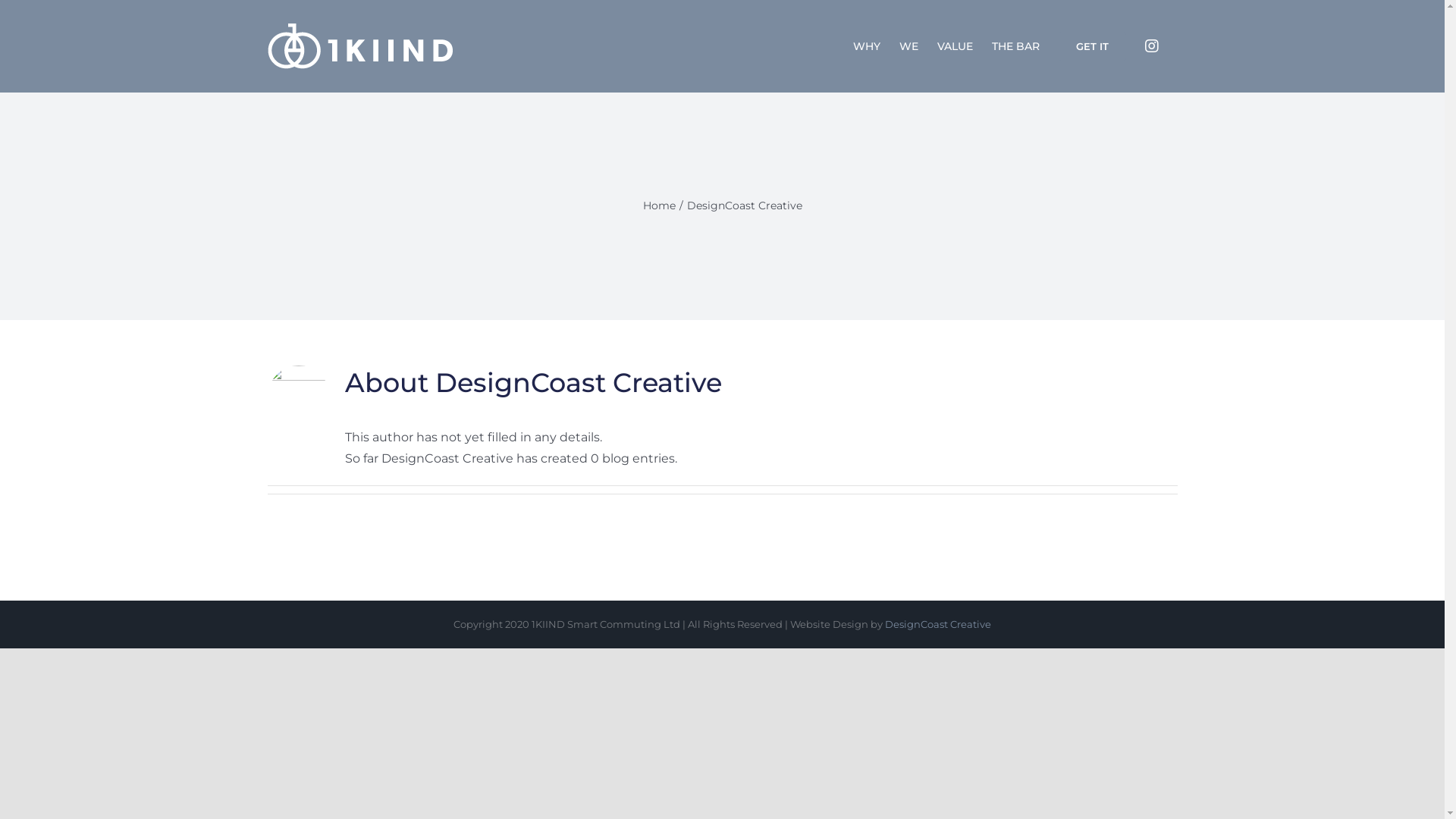 Image resolution: width=1456 pixels, height=819 pixels. What do you see at coordinates (659, 205) in the screenshot?
I see `'Home'` at bounding box center [659, 205].